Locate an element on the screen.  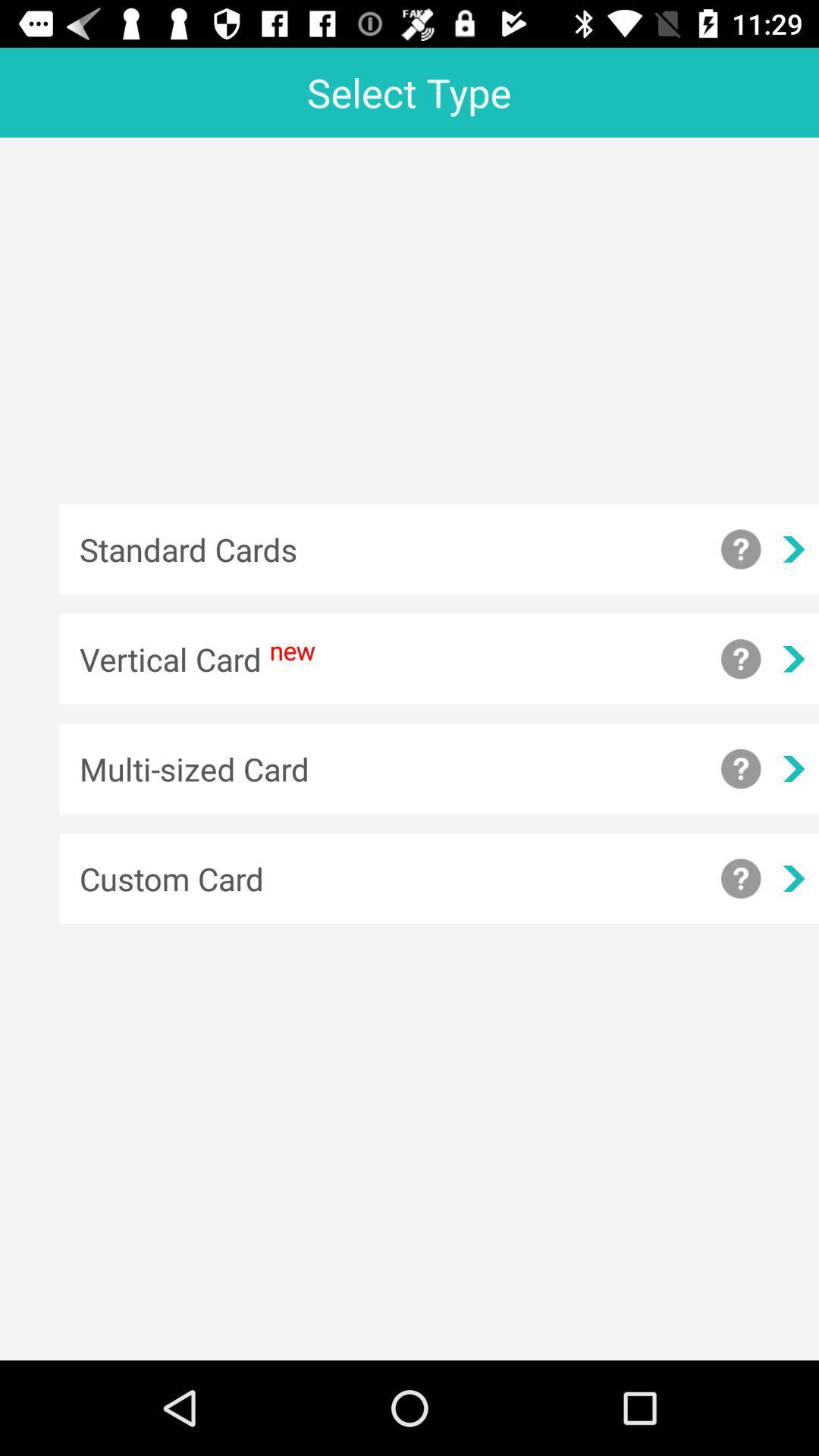
for help is located at coordinates (740, 659).